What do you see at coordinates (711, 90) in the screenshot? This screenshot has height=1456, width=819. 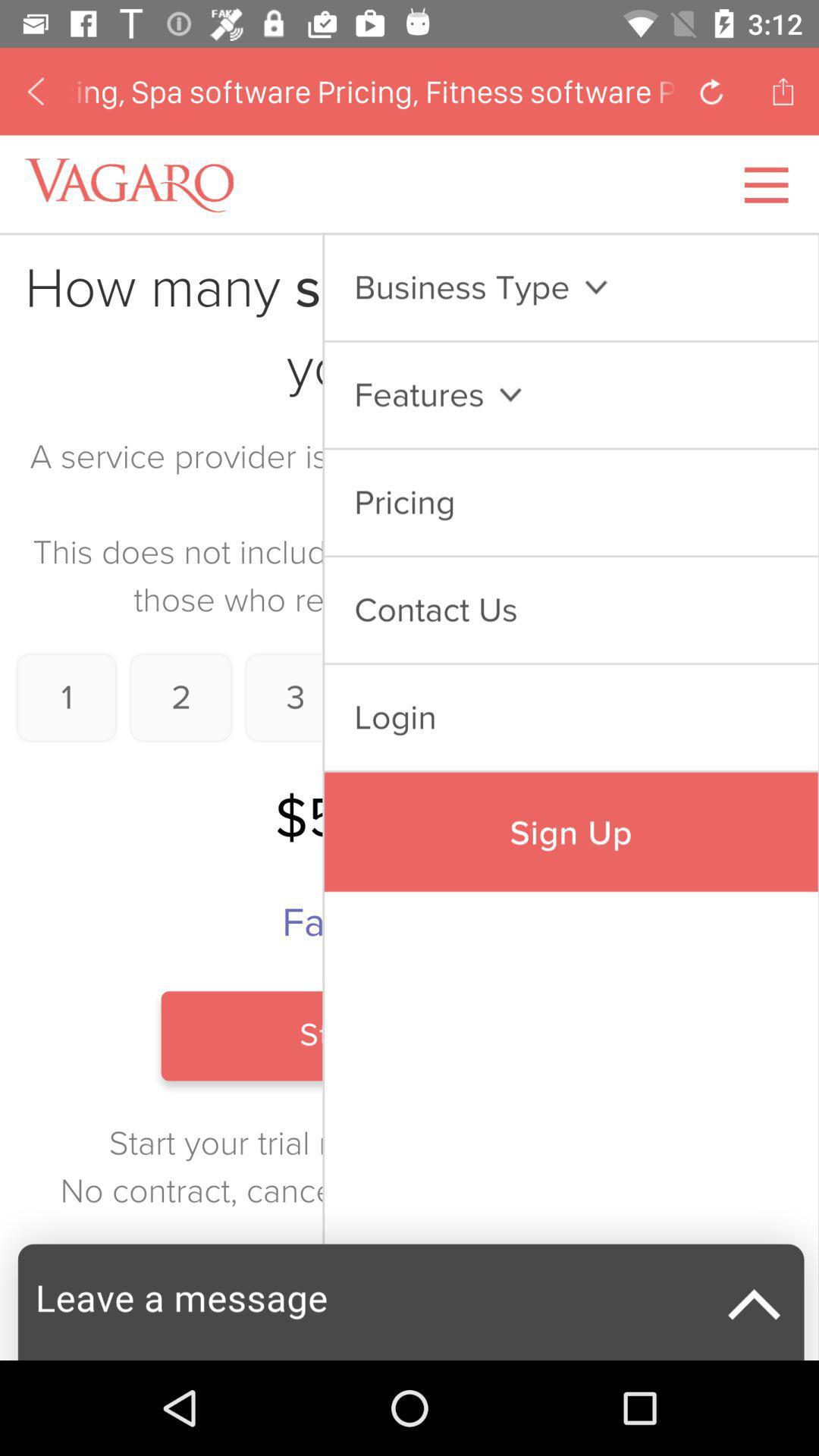 I see `refresh the page` at bounding box center [711, 90].